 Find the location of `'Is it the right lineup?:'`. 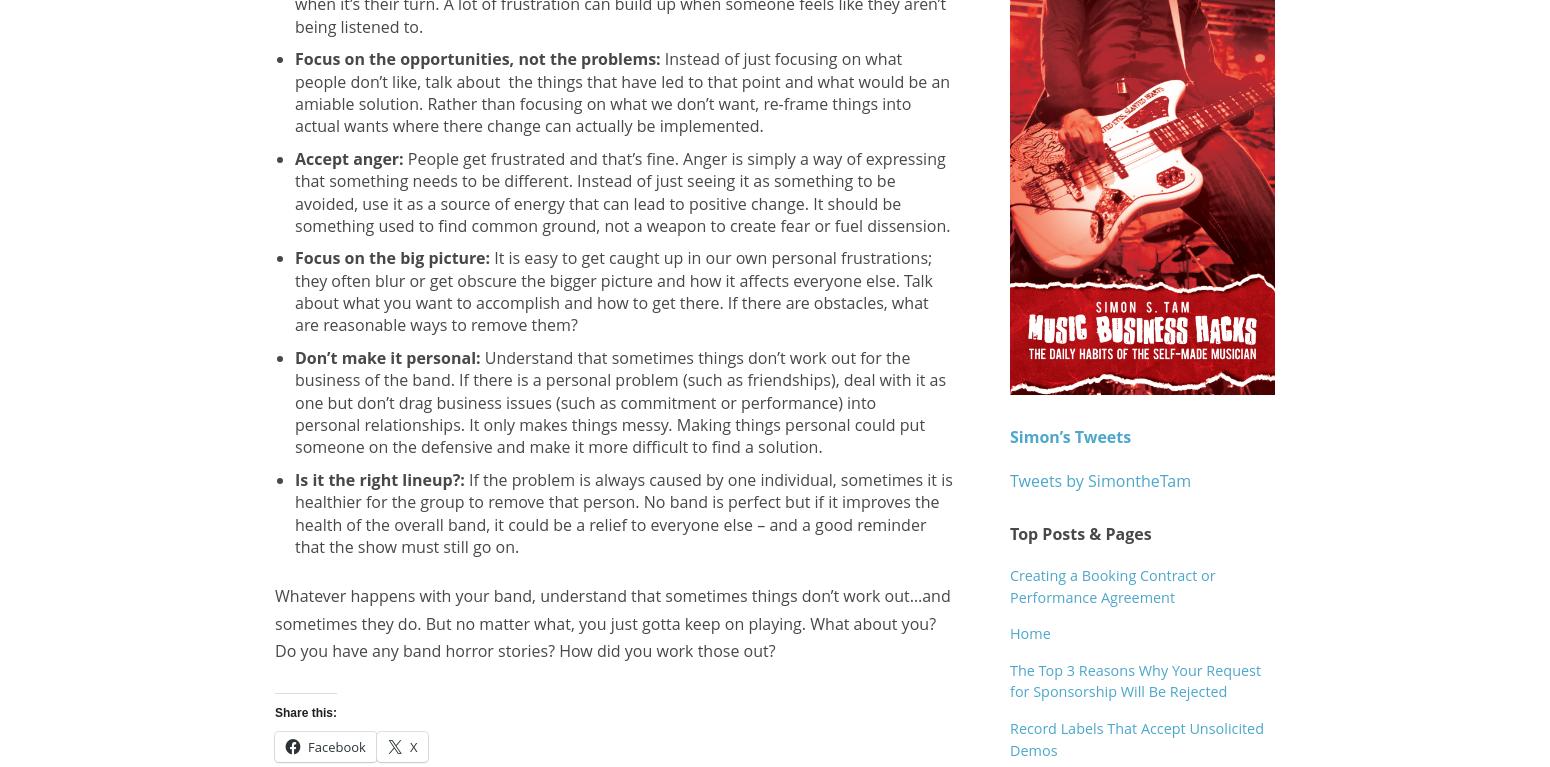

'Is it the right lineup?:' is located at coordinates (381, 478).